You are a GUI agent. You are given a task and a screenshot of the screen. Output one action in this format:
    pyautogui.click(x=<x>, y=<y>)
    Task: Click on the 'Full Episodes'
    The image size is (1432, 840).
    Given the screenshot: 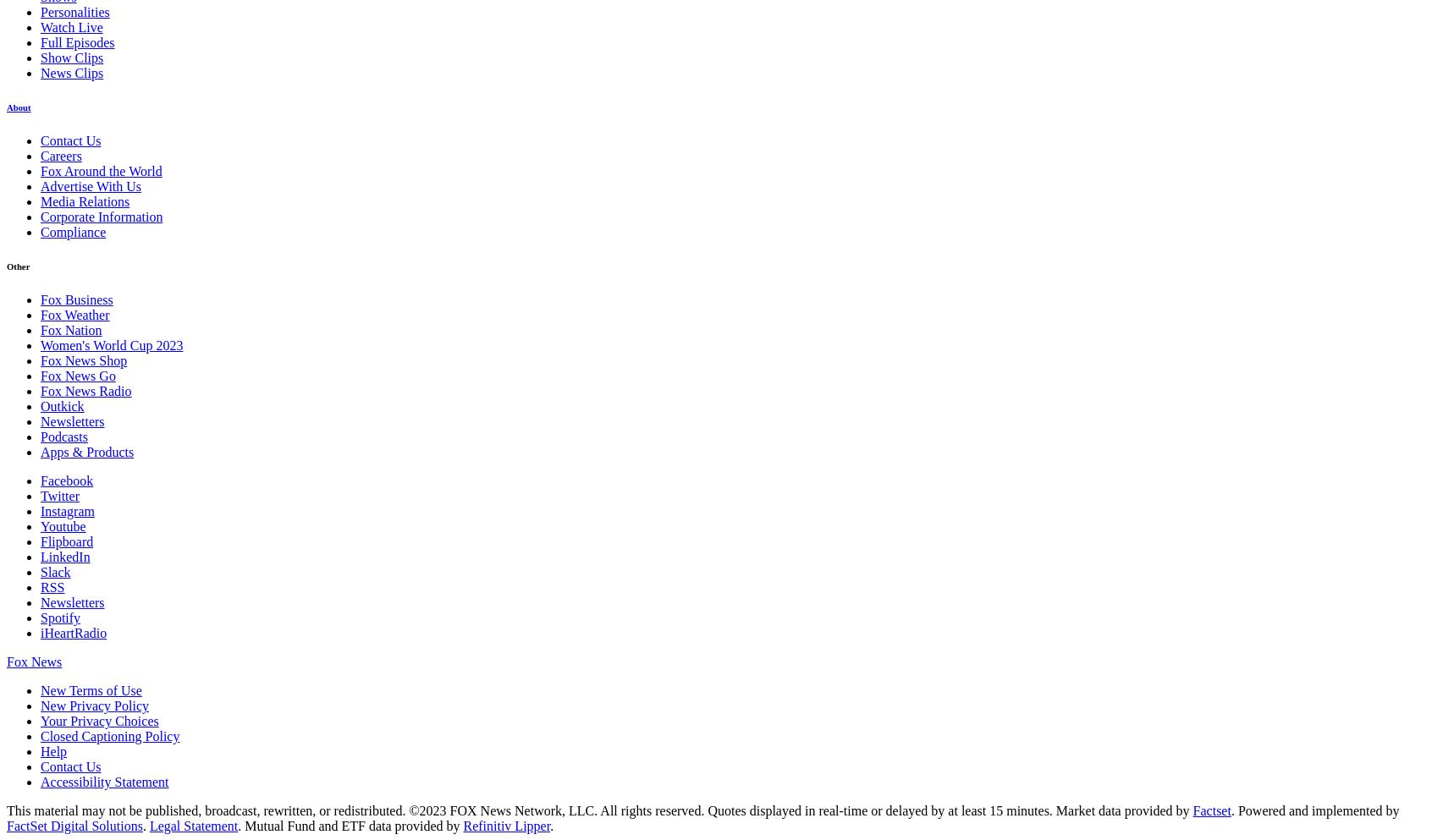 What is the action you would take?
    pyautogui.click(x=77, y=42)
    